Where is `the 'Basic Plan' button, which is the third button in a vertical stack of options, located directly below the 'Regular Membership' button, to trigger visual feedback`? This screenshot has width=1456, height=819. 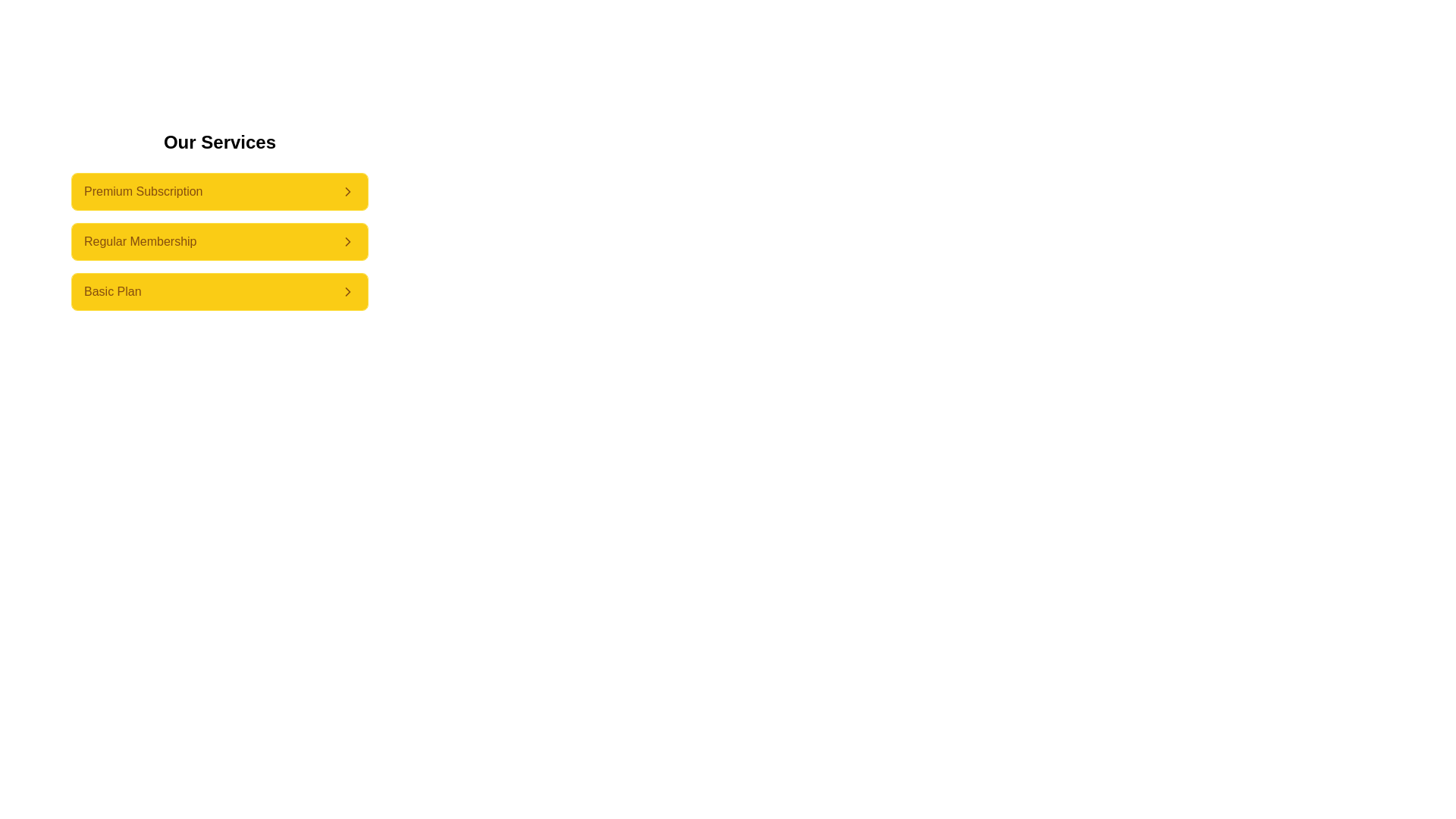
the 'Basic Plan' button, which is the third button in a vertical stack of options, located directly below the 'Regular Membership' button, to trigger visual feedback is located at coordinates (218, 292).